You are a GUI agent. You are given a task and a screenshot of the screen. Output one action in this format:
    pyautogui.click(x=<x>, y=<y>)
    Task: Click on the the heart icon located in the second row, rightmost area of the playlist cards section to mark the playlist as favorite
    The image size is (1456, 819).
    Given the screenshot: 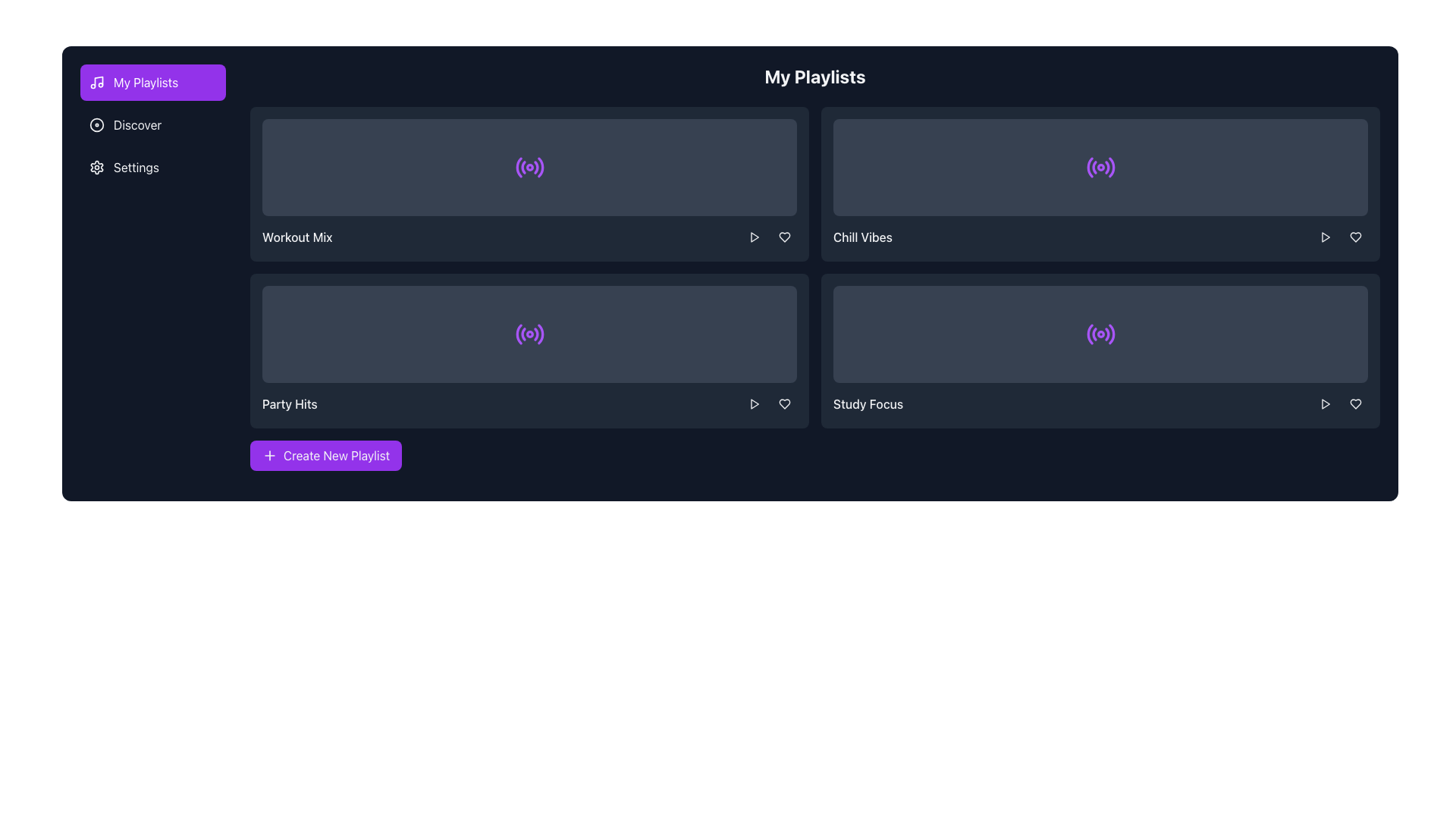 What is the action you would take?
    pyautogui.click(x=1356, y=237)
    